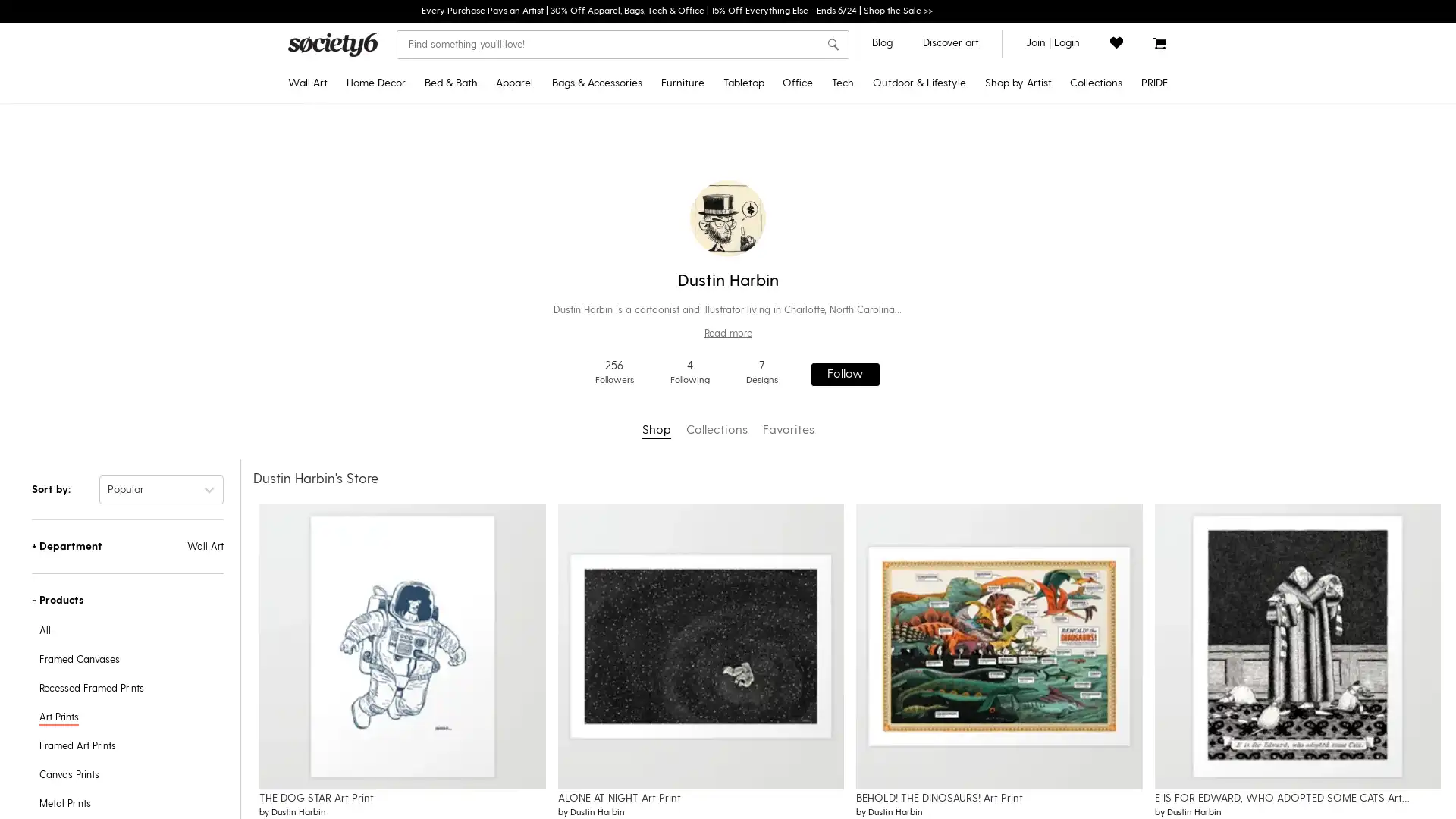  What do you see at coordinates (977, 366) in the screenshot?
I see `Curator's Picks` at bounding box center [977, 366].